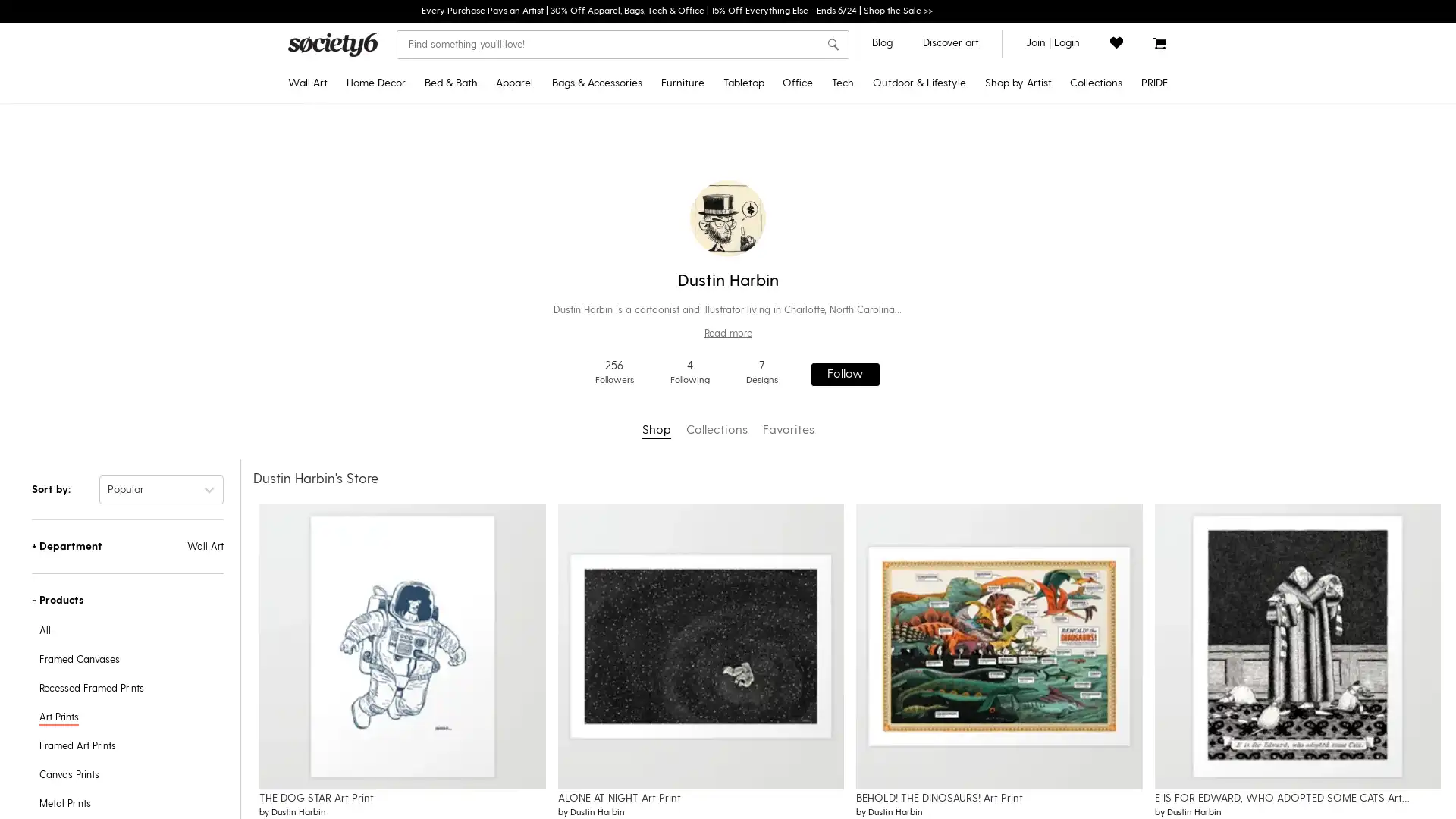  What do you see at coordinates (977, 366) in the screenshot?
I see `Curator's Picks` at bounding box center [977, 366].